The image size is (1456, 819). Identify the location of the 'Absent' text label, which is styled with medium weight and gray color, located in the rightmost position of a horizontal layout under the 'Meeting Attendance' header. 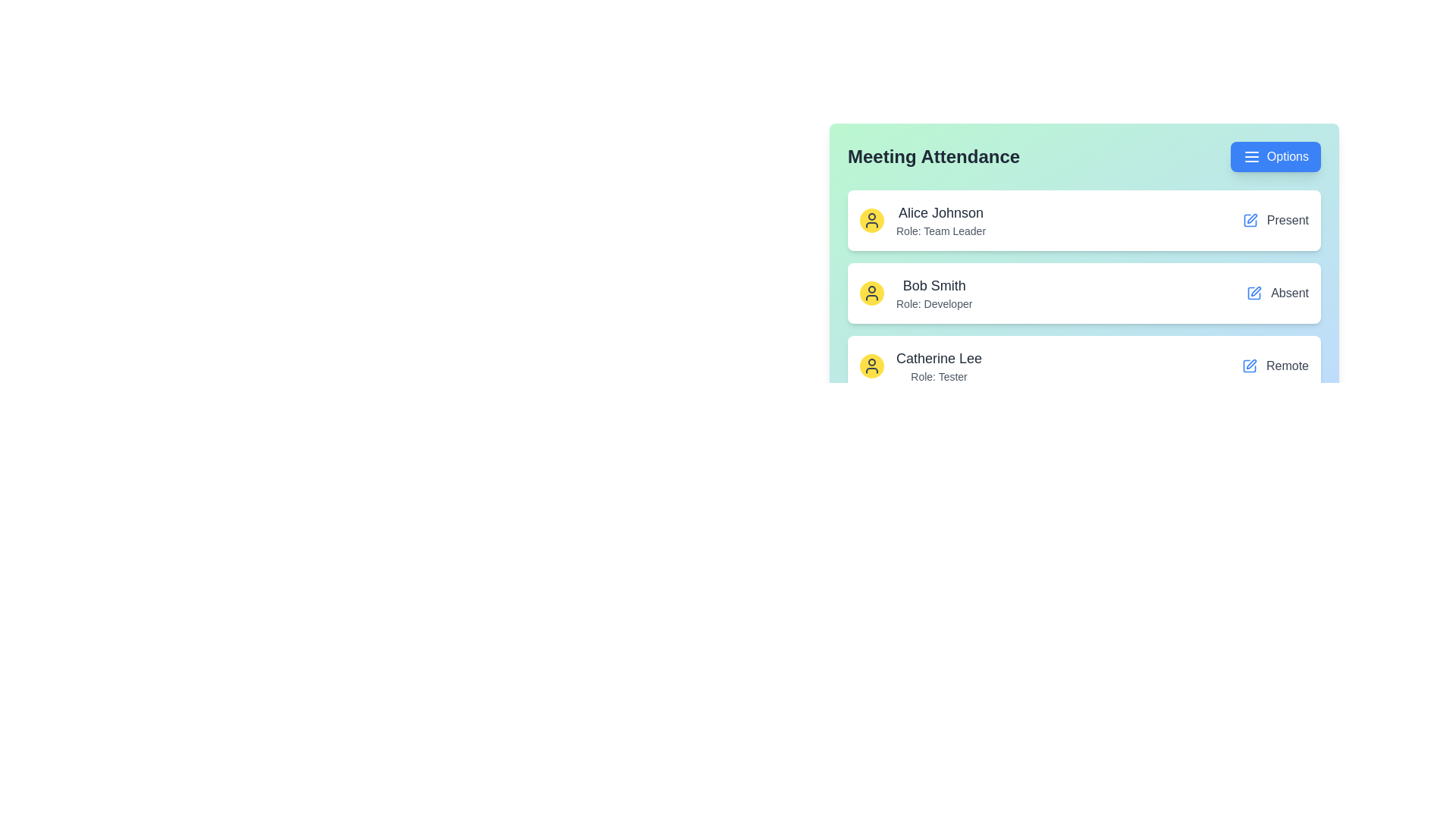
(1289, 293).